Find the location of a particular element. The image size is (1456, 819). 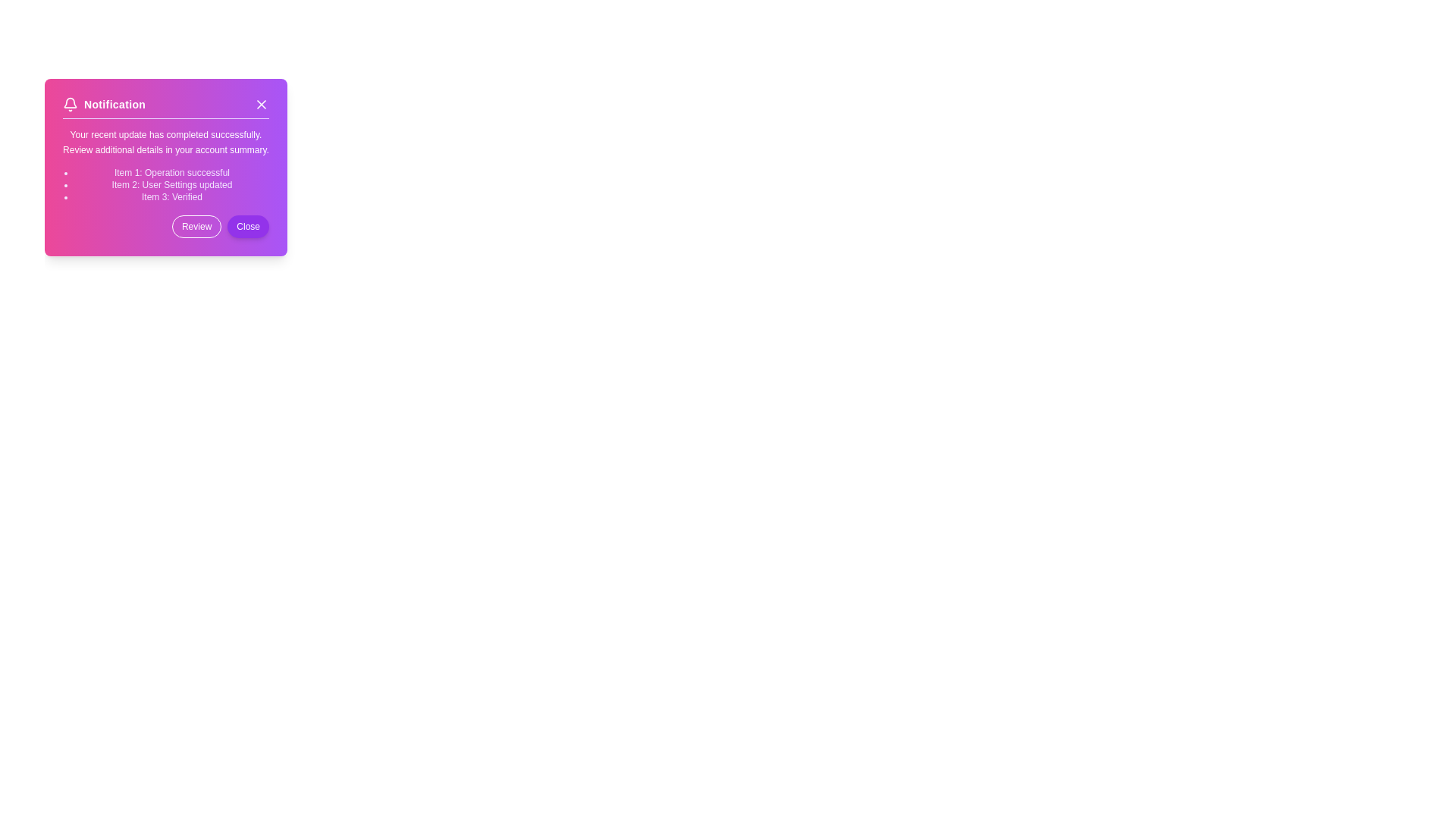

text label displaying the word 'Notification' in bold font, located in the top-left section of the notification card layout, next to the bell icon is located at coordinates (114, 104).